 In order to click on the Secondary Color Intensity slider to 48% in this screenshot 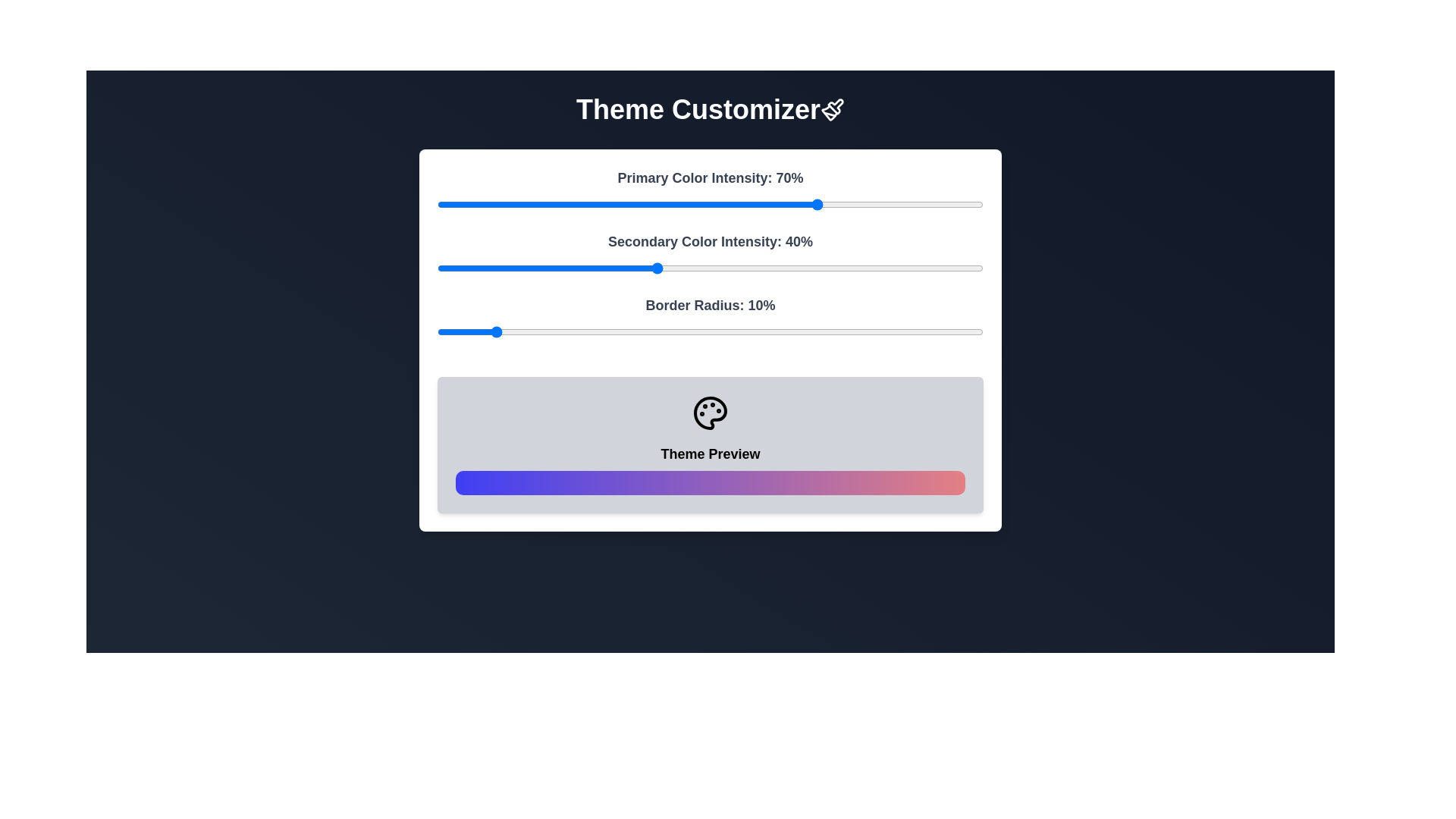, I will do `click(698, 268)`.